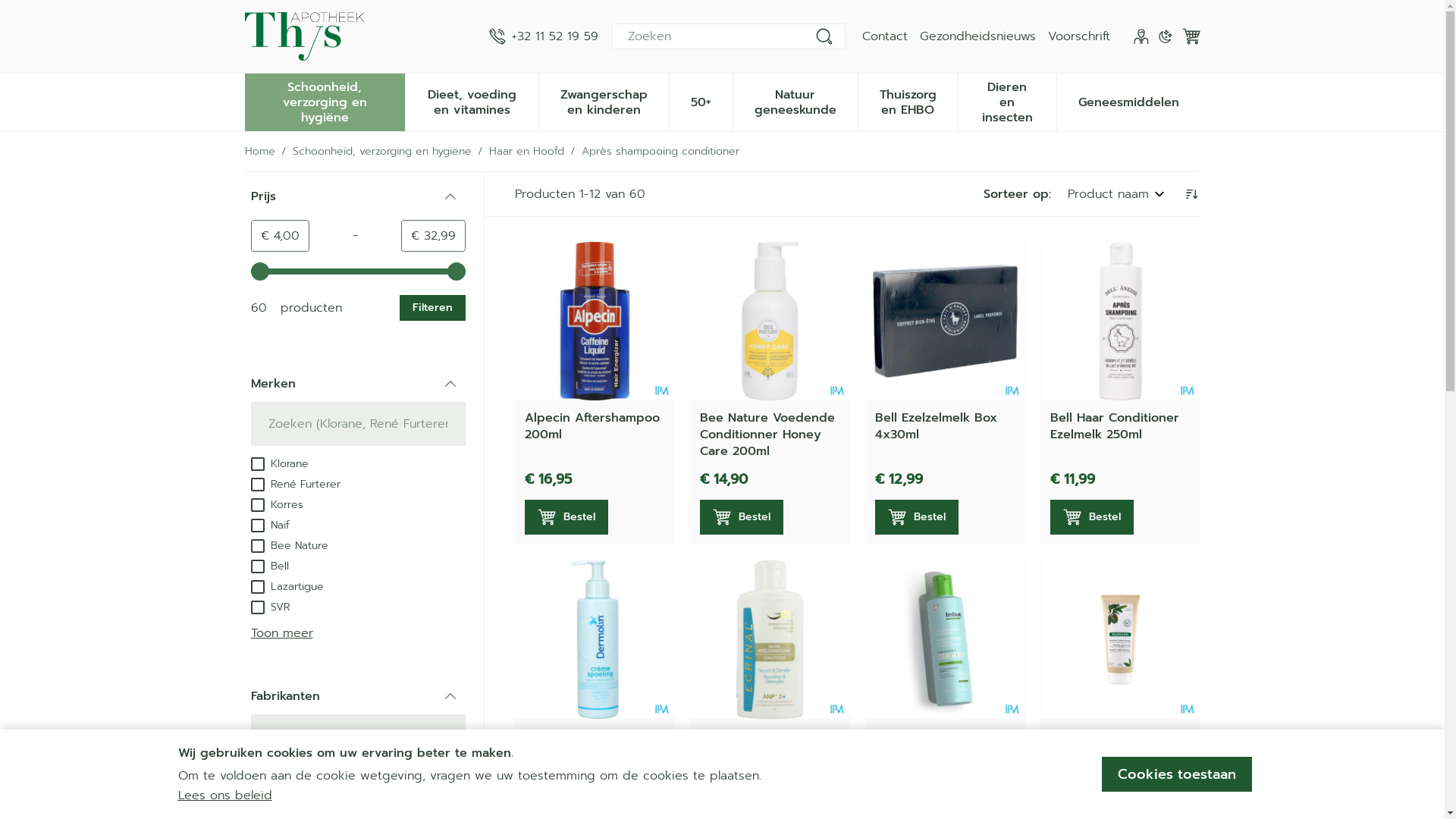 This screenshot has height=819, width=1456. Describe the element at coordinates (269, 523) in the screenshot. I see `'Naif'` at that location.